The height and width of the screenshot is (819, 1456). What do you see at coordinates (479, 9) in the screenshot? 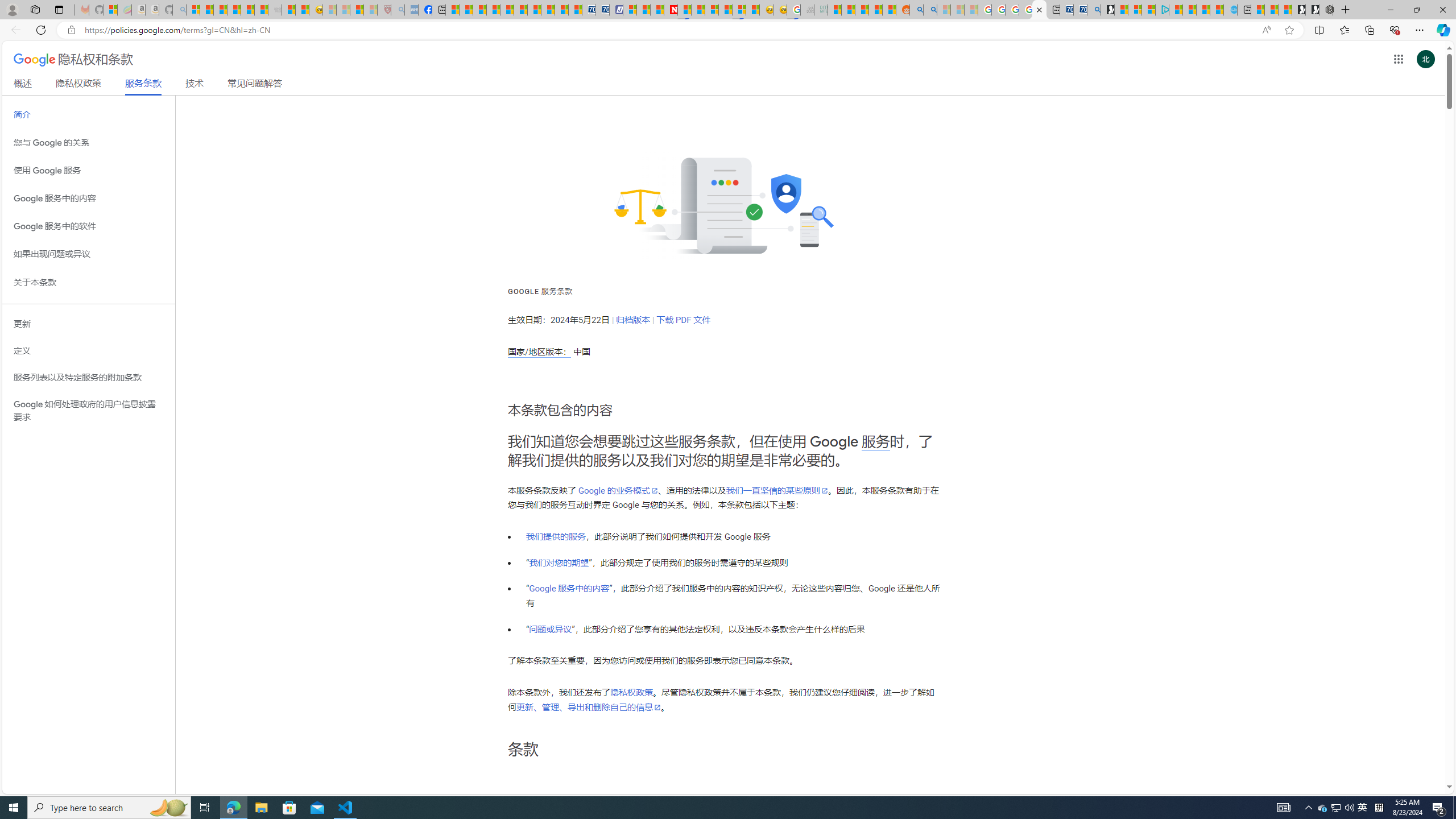
I see `'World - MSN'` at bounding box center [479, 9].